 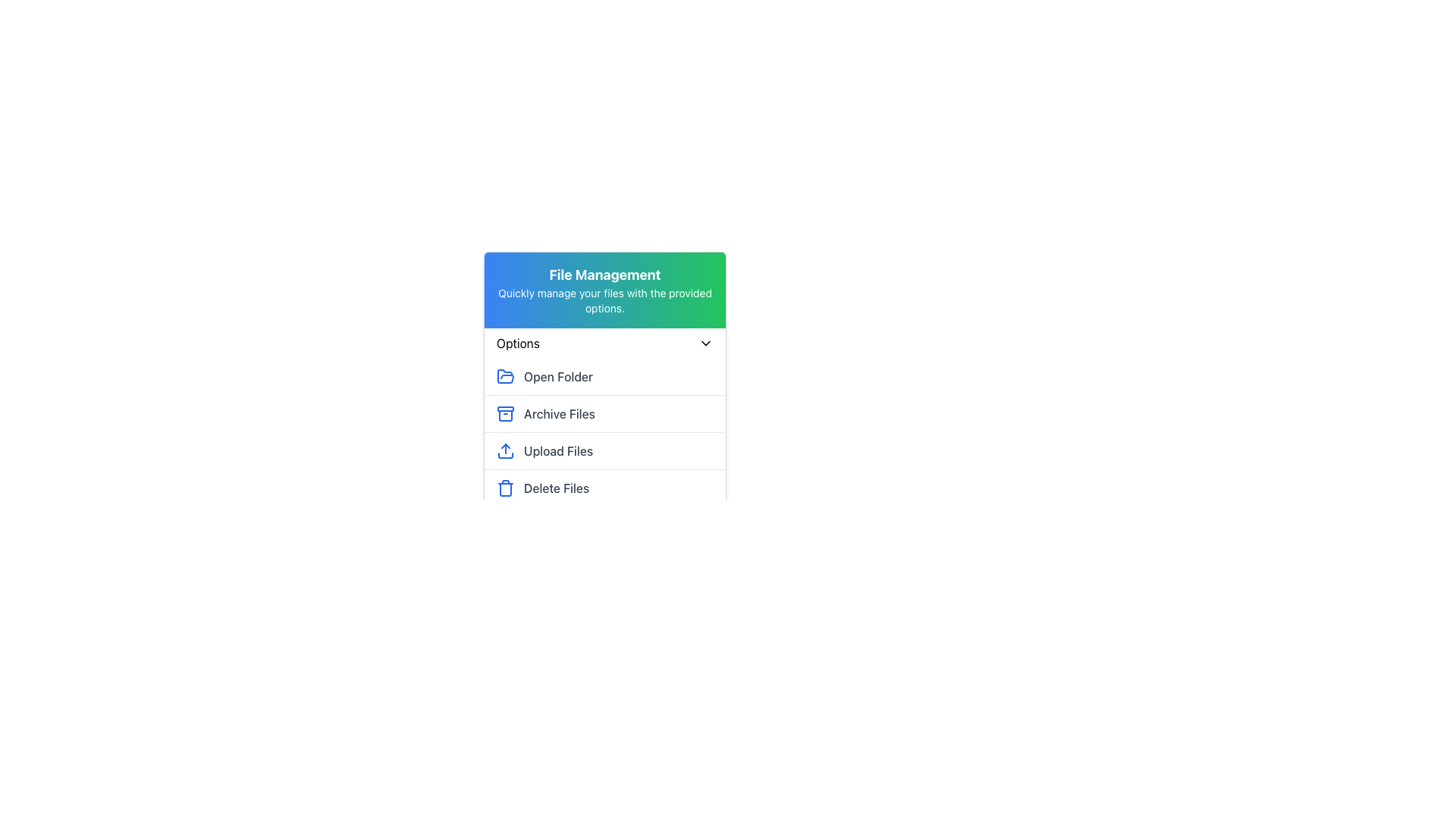 What do you see at coordinates (506, 450) in the screenshot?
I see `the upload files icon located in the third list item of the vertical menu under the 'Options' section, positioned left of the 'Upload Files' text` at bounding box center [506, 450].